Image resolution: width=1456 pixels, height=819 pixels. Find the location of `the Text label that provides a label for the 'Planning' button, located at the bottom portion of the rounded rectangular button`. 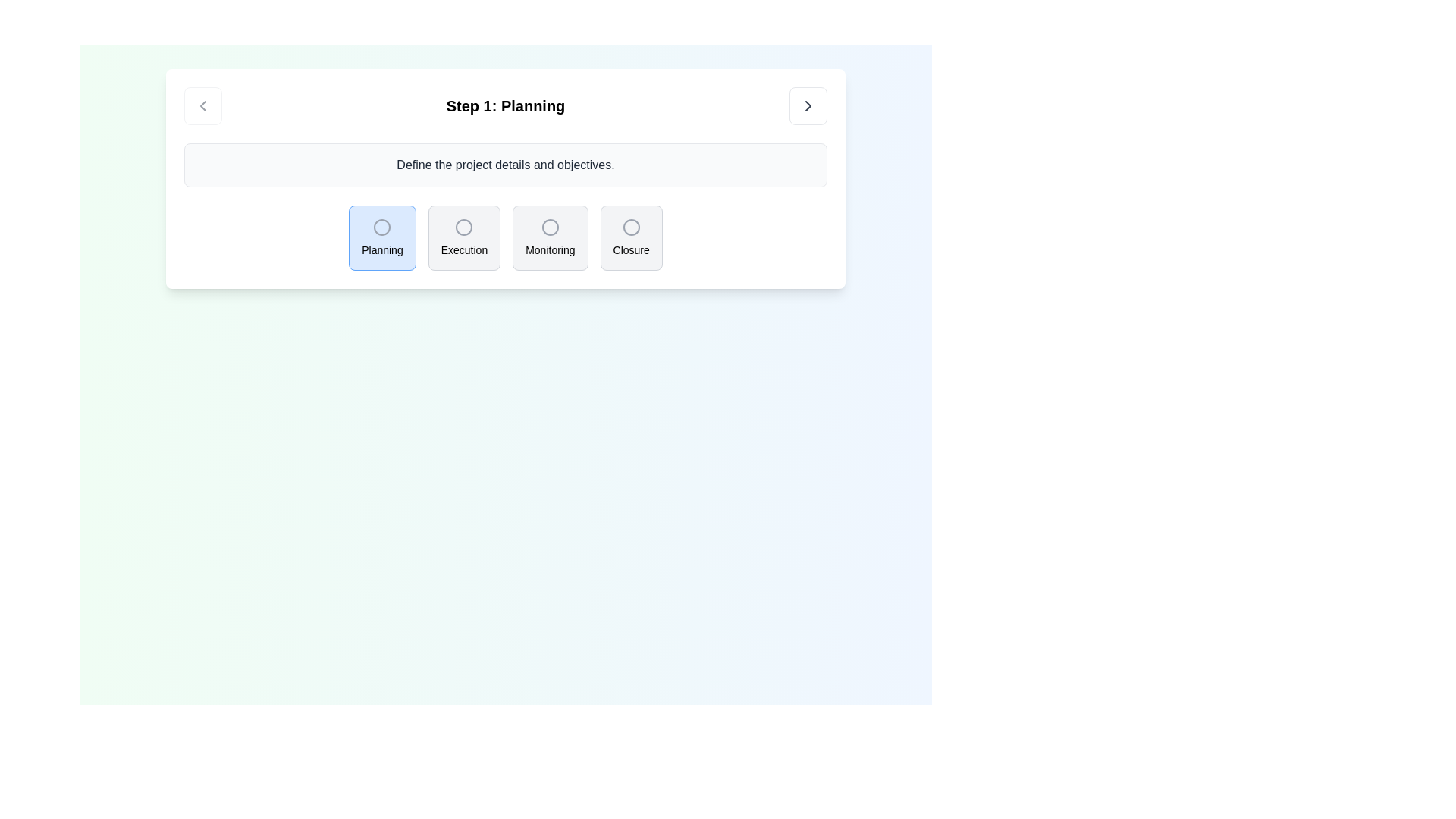

the Text label that provides a label for the 'Planning' button, located at the bottom portion of the rounded rectangular button is located at coordinates (382, 249).